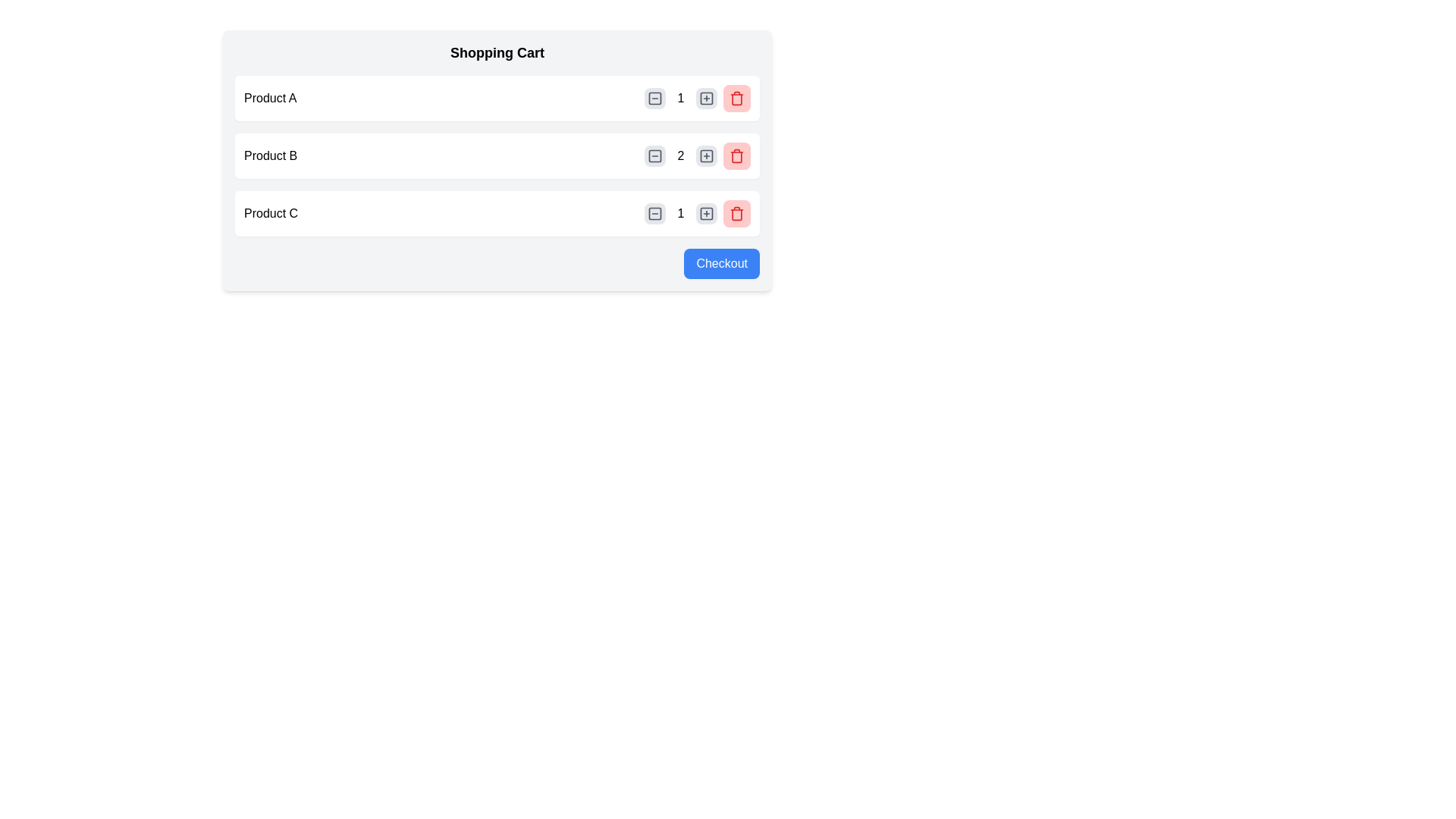 Image resolution: width=1456 pixels, height=819 pixels. What do you see at coordinates (655, 155) in the screenshot?
I see `the decrement button for 'Product B' in the shopping cart` at bounding box center [655, 155].